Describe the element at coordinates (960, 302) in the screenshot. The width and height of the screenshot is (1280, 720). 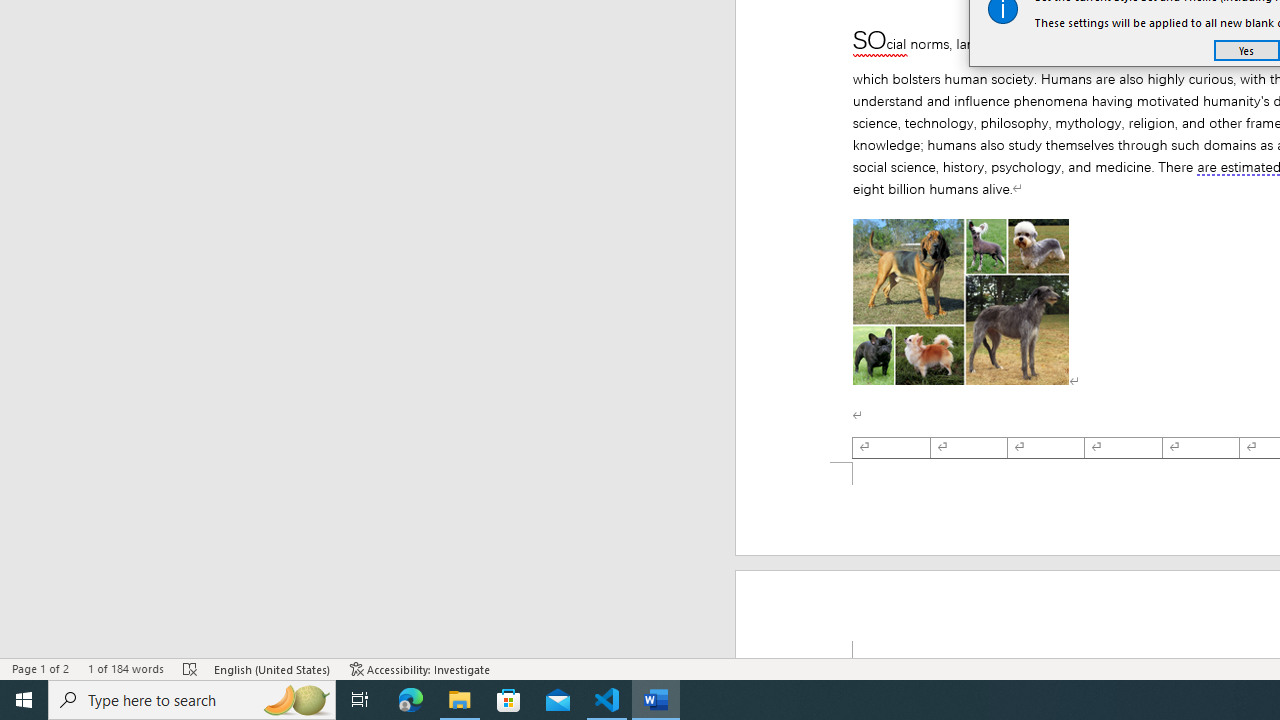
I see `'Morphological variation in six dogs'` at that location.